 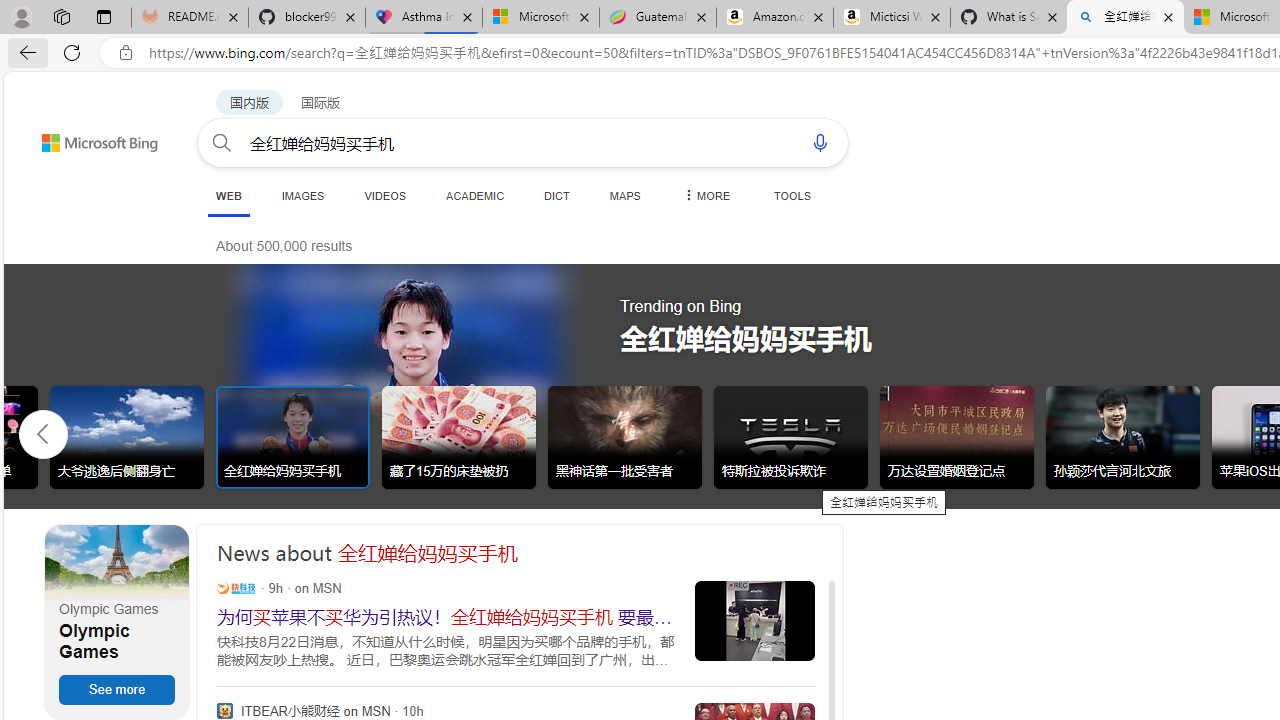 What do you see at coordinates (385, 195) in the screenshot?
I see `'VIDEOS'` at bounding box center [385, 195].